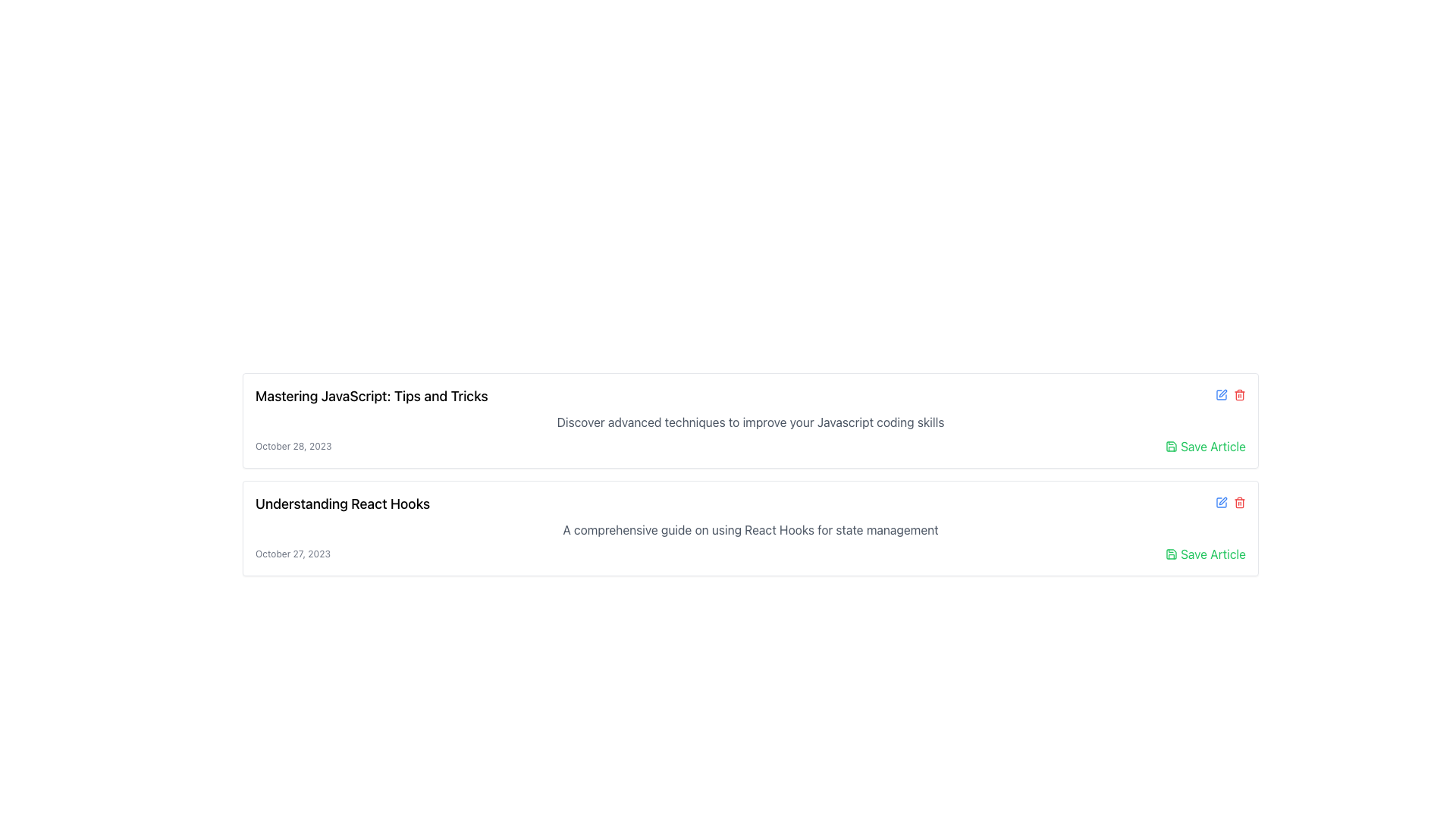  I want to click on the red trash icon button located at the bottom right of the article card to trigger the hover effect, so click(1240, 503).